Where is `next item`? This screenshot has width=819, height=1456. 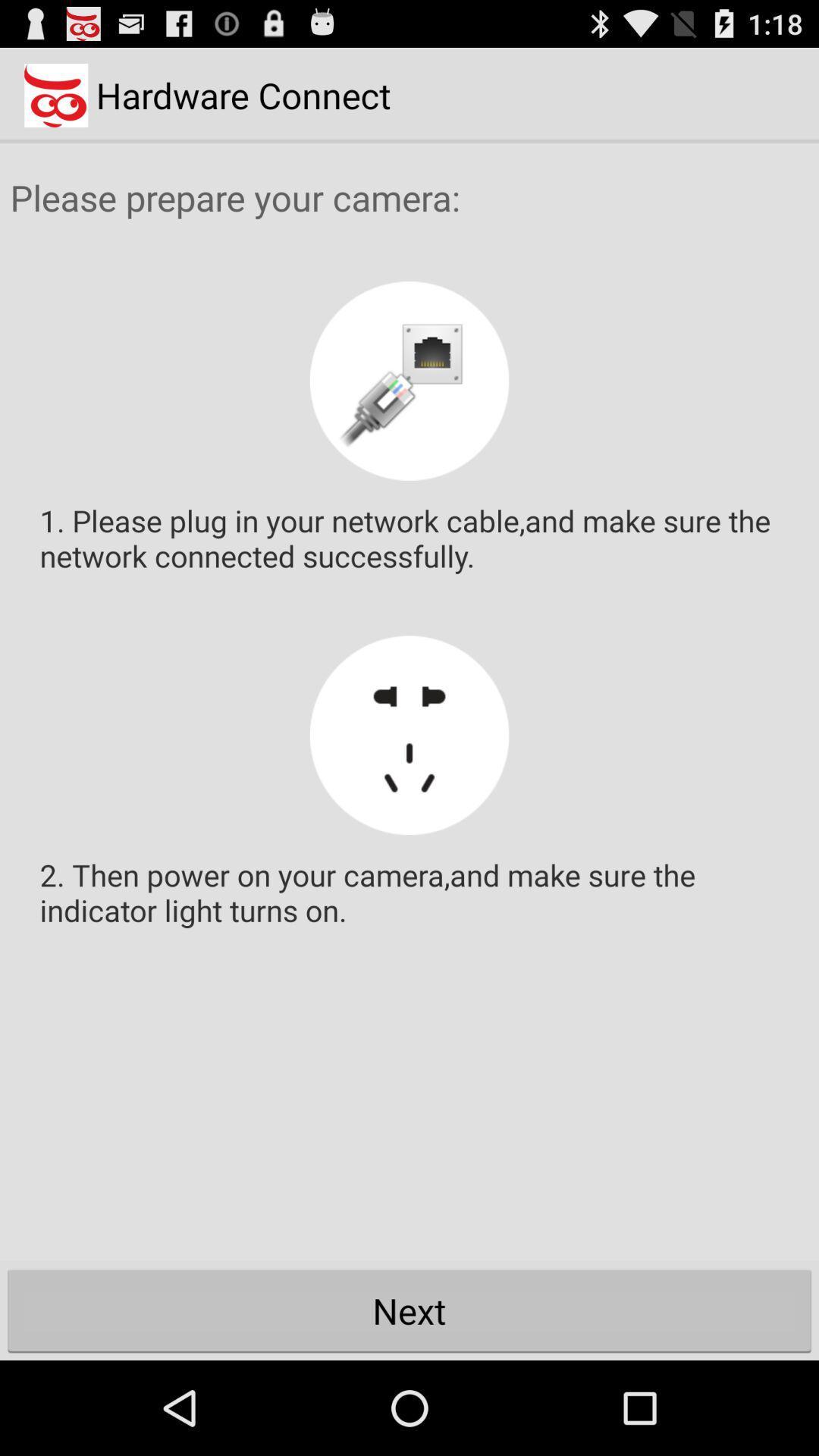
next item is located at coordinates (409, 1310).